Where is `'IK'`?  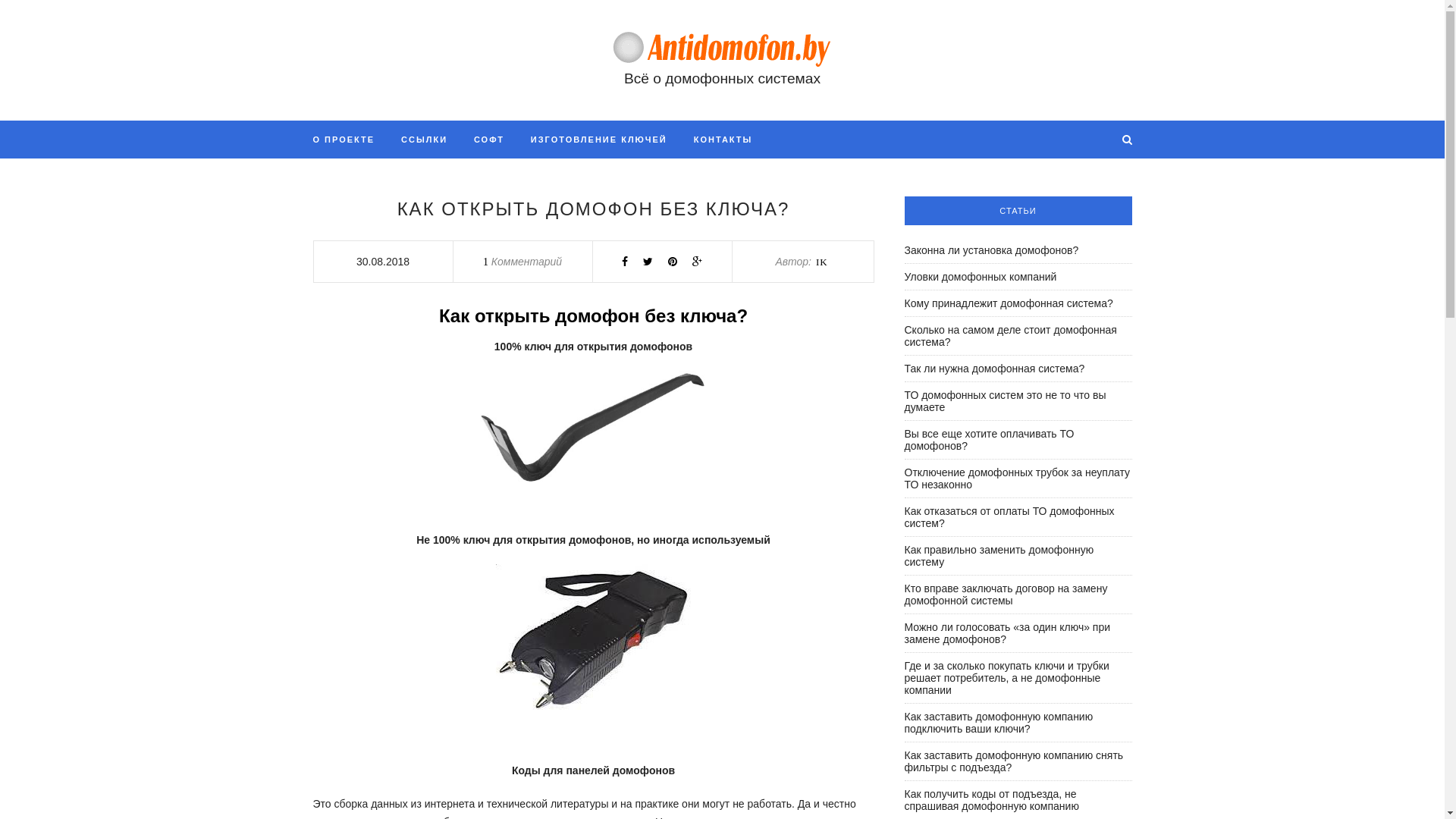
'IK' is located at coordinates (821, 261).